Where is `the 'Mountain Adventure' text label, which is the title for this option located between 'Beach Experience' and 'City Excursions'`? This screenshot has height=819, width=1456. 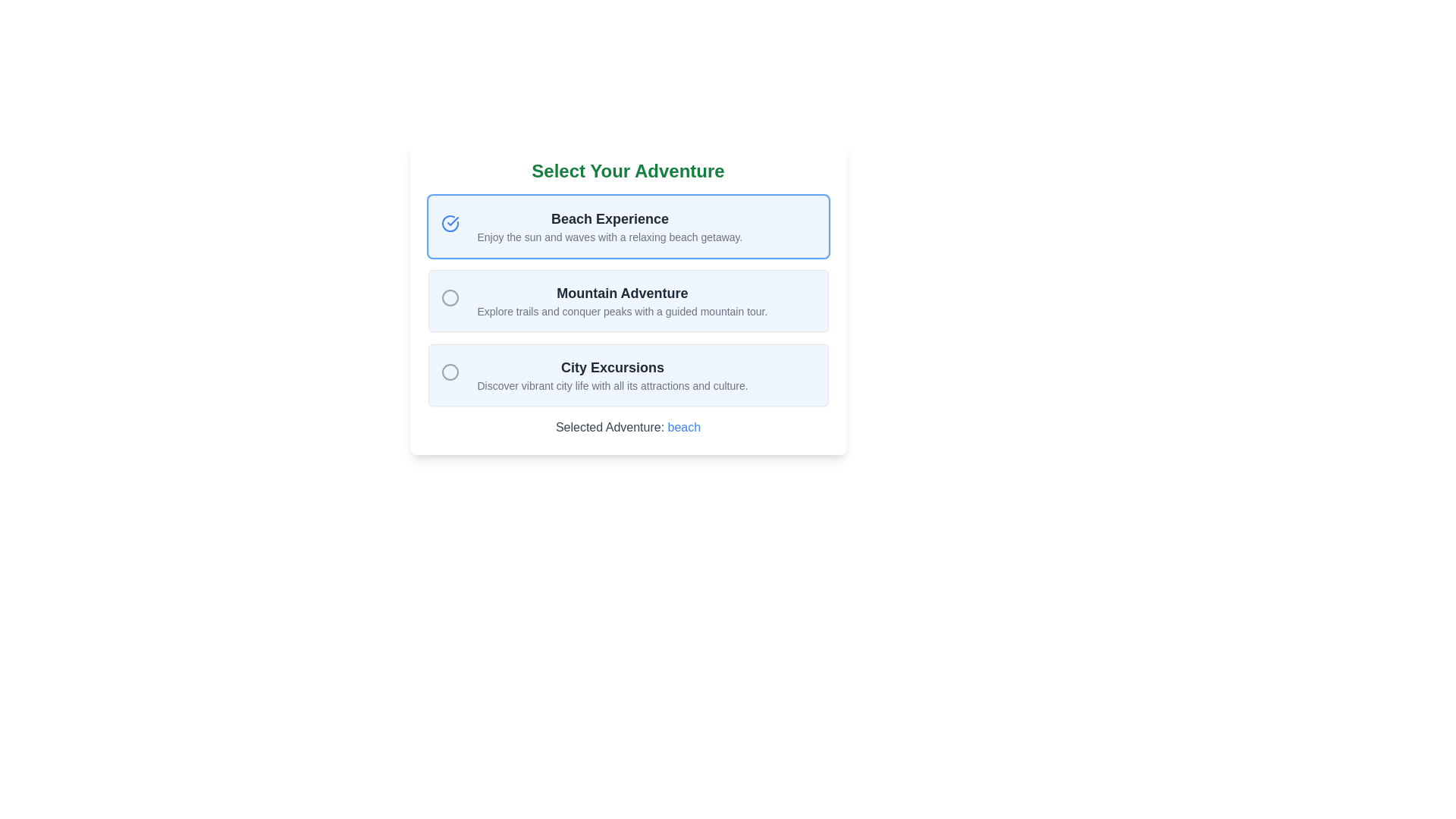
the 'Mountain Adventure' text label, which is the title for this option located between 'Beach Experience' and 'City Excursions' is located at coordinates (622, 293).